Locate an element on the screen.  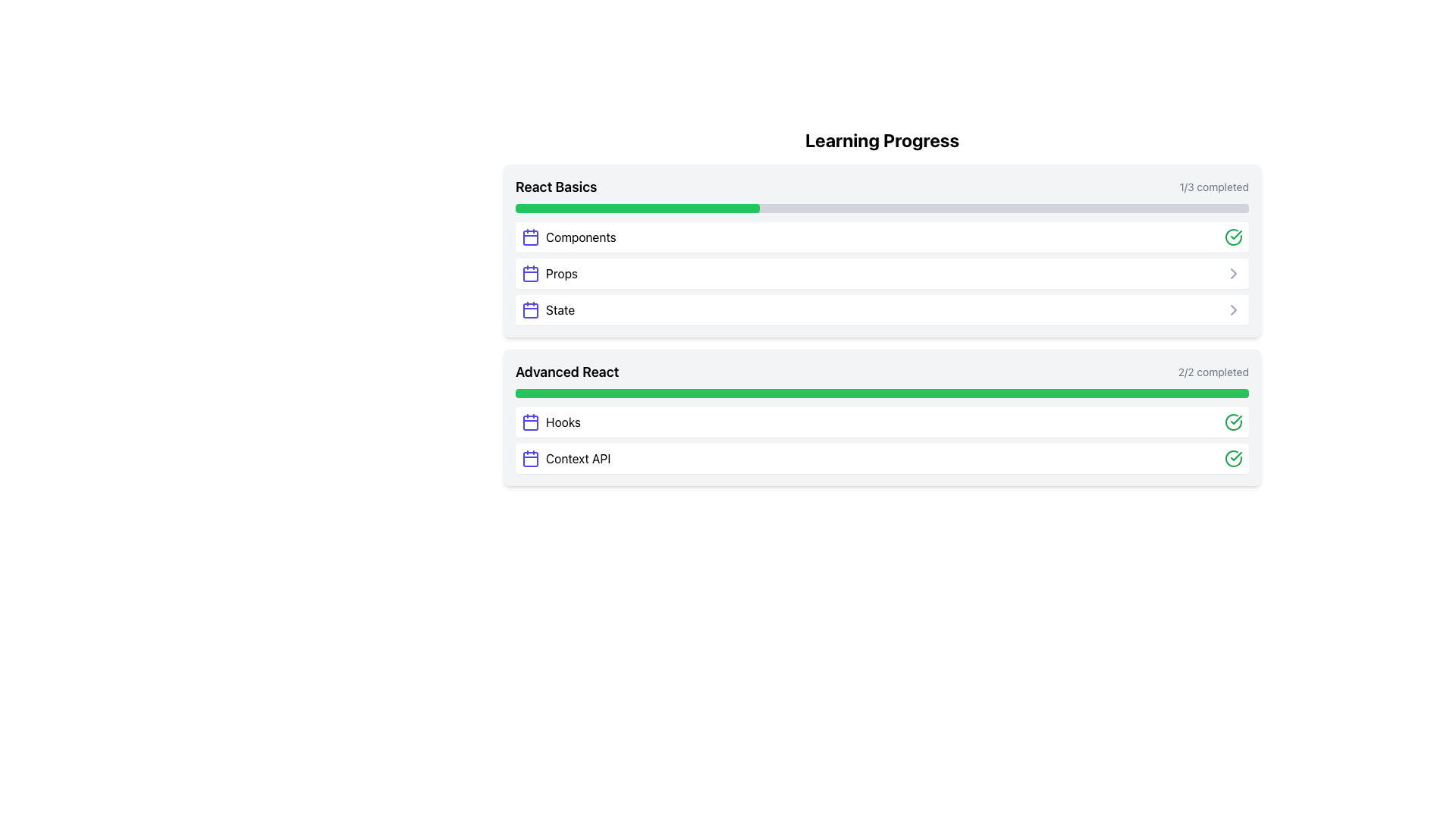
the completion indicator icon with a checkmark, which signifies the task completion for 'Context API' in the 'Advanced React' curriculum is located at coordinates (1234, 458).